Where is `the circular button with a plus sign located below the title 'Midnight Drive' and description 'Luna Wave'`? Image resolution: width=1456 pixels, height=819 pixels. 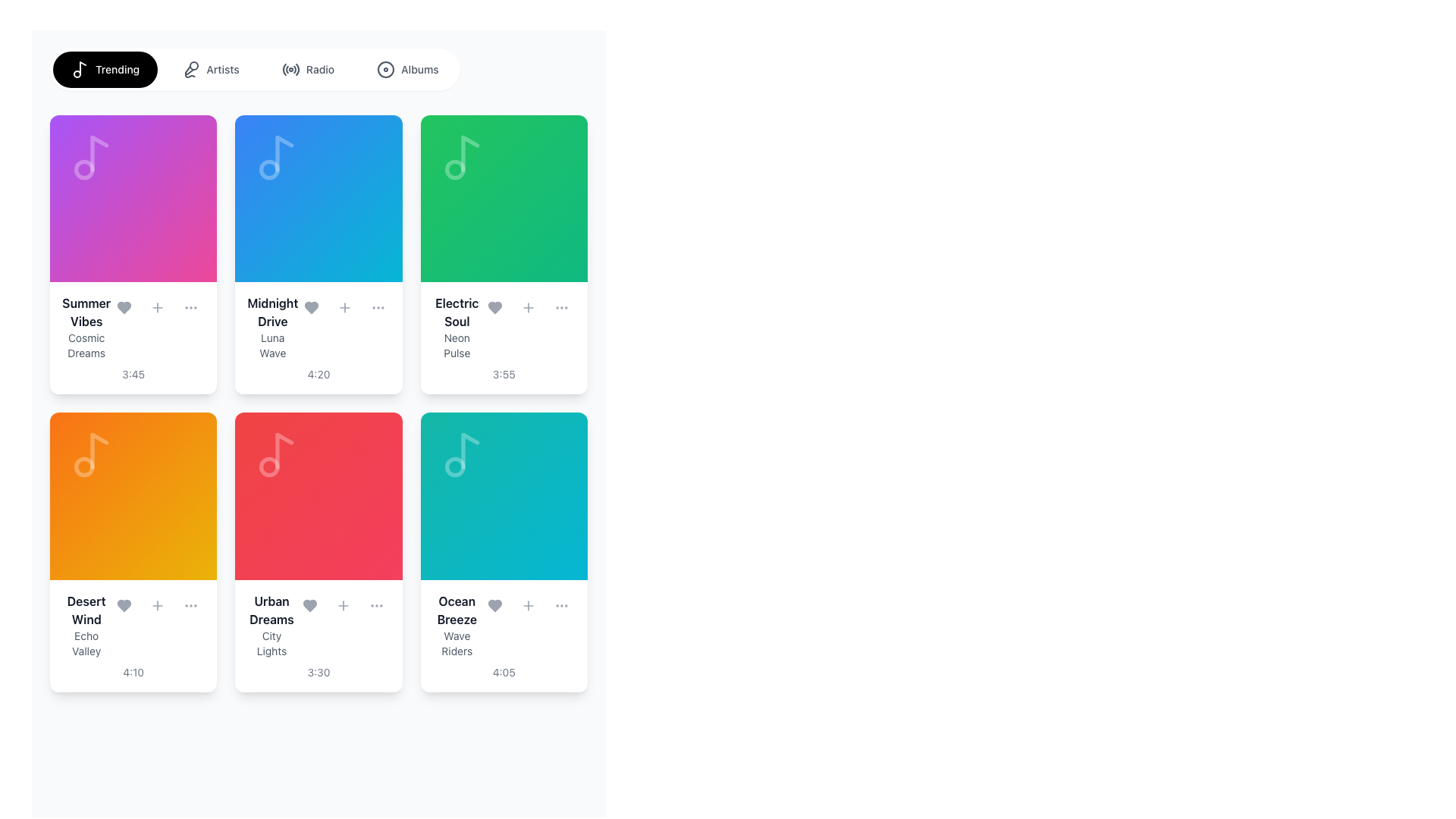
the circular button with a plus sign located below the title 'Midnight Drive' and description 'Luna Wave' is located at coordinates (344, 307).